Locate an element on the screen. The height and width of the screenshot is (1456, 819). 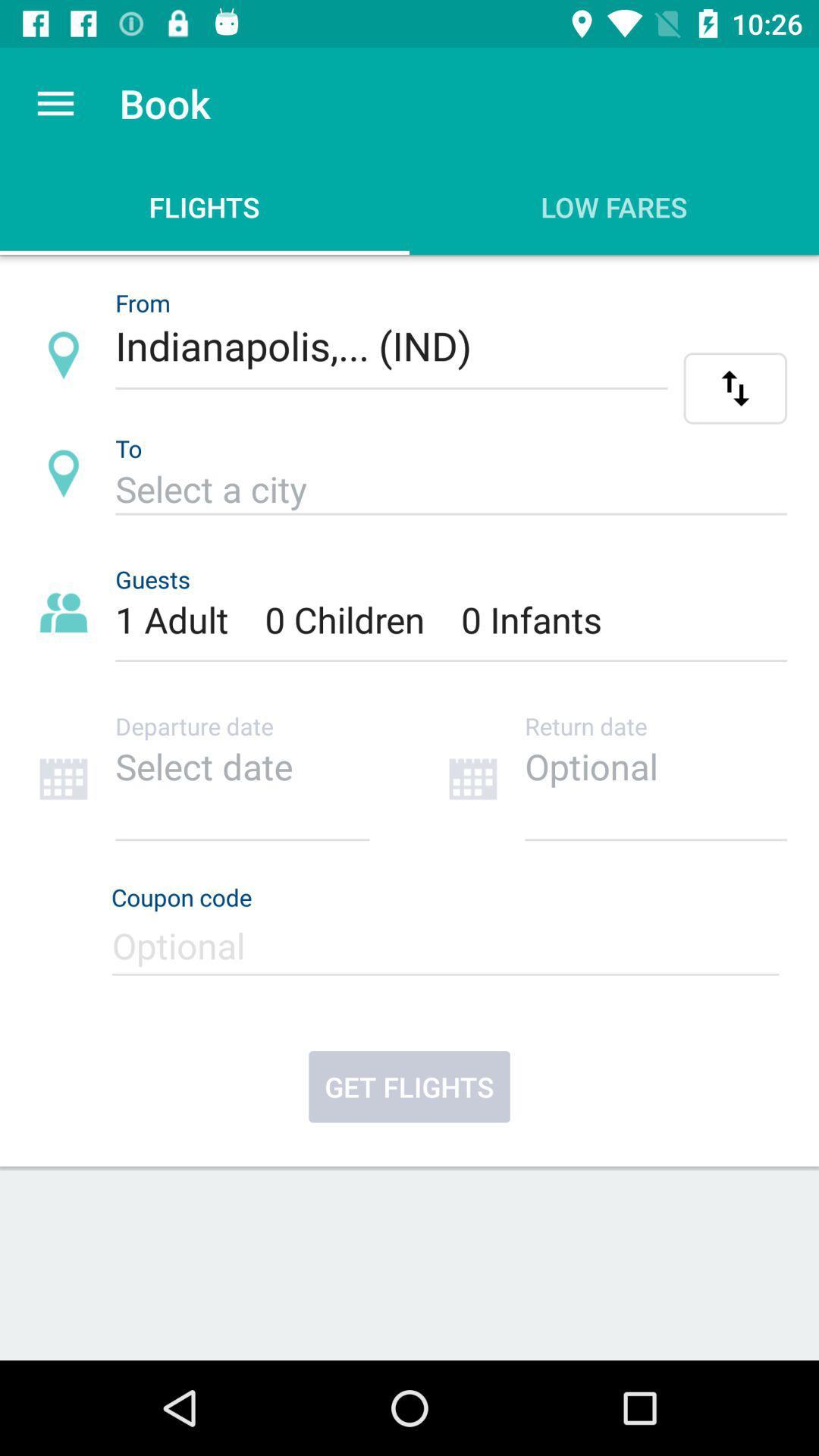
the icon to the left of the book is located at coordinates (55, 102).